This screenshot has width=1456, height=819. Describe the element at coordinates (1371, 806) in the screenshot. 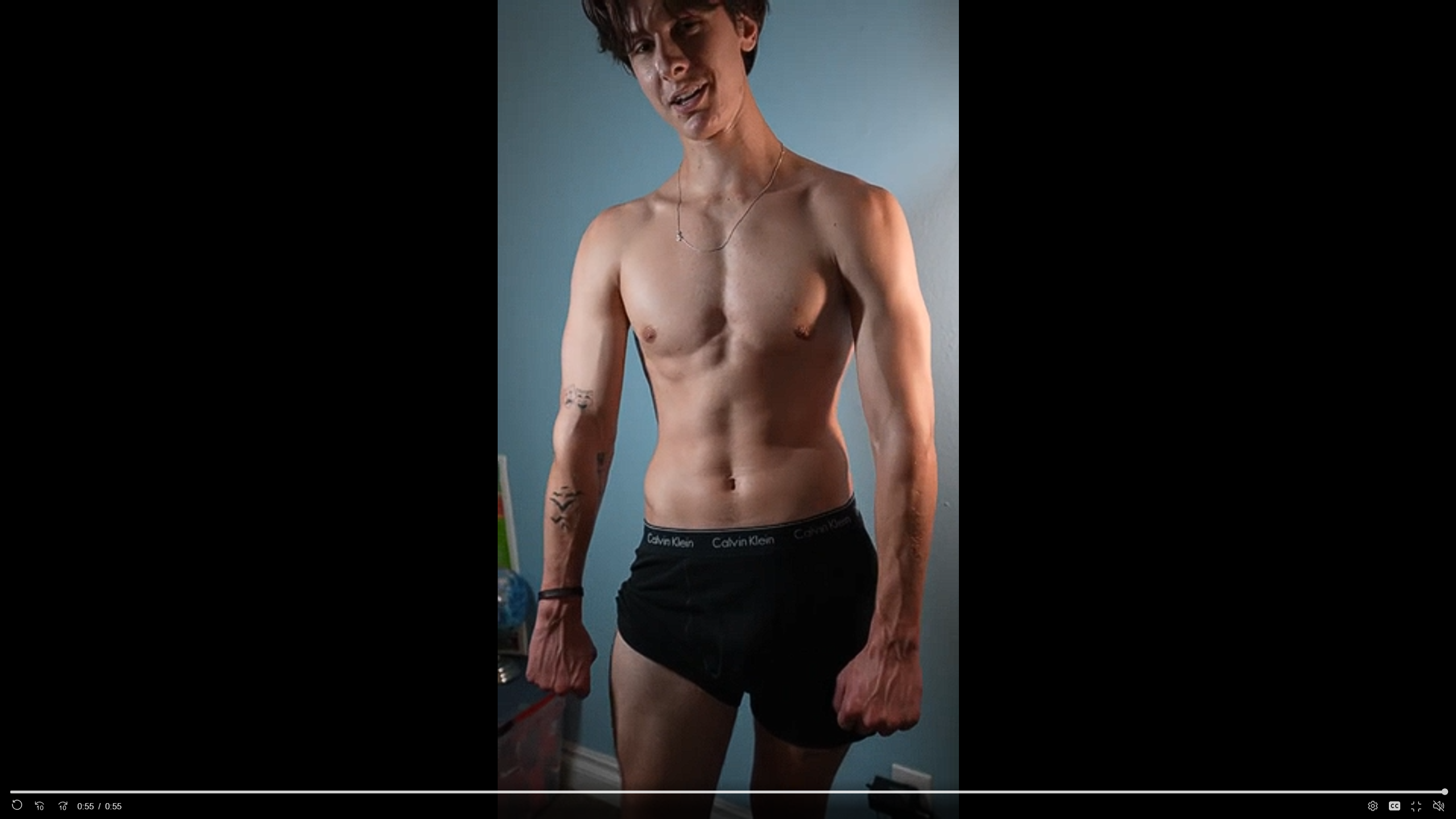

I see `'Quality Settings'` at that location.